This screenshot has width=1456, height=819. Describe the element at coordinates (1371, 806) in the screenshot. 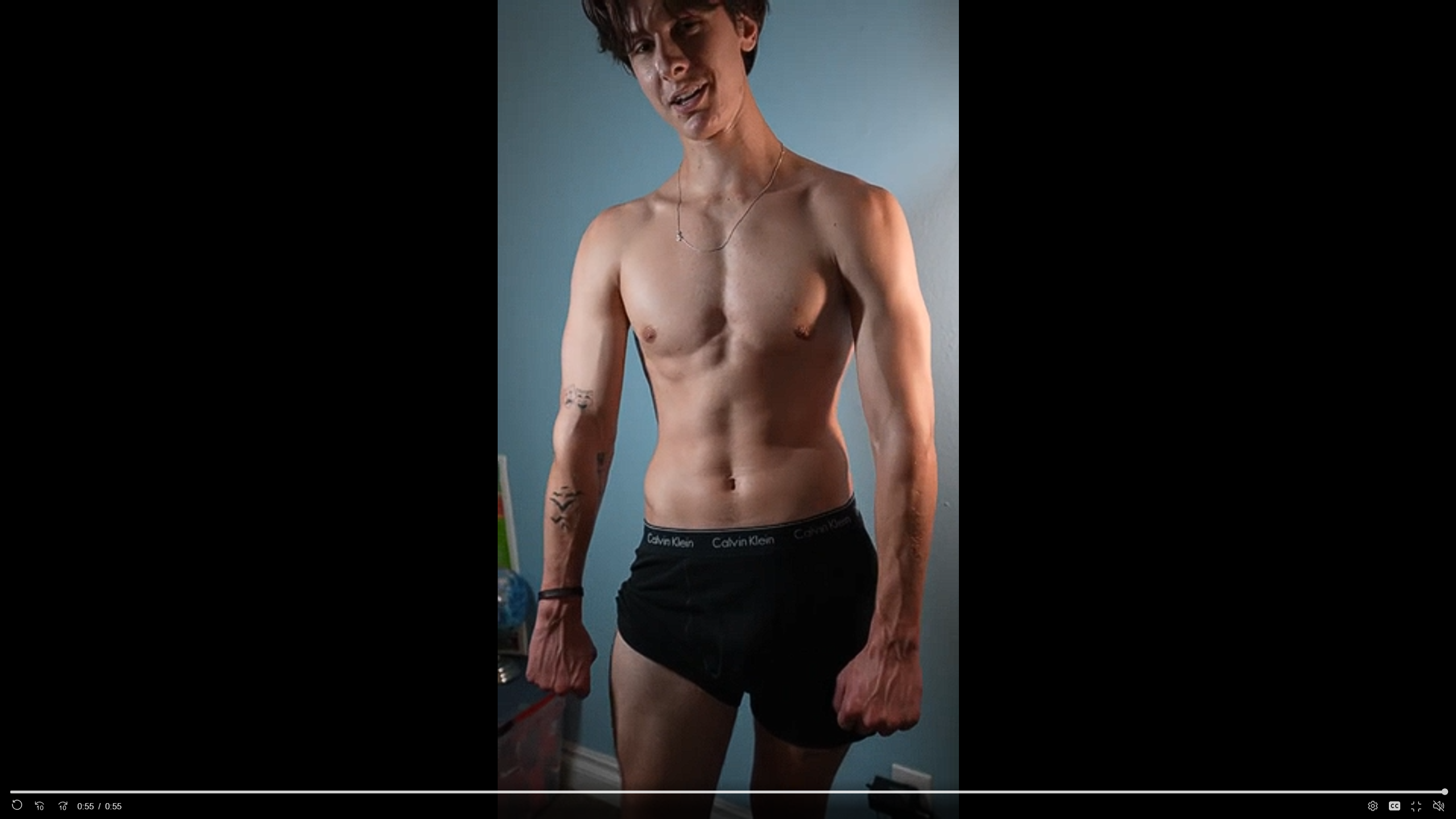

I see `'Quality Settings'` at that location.